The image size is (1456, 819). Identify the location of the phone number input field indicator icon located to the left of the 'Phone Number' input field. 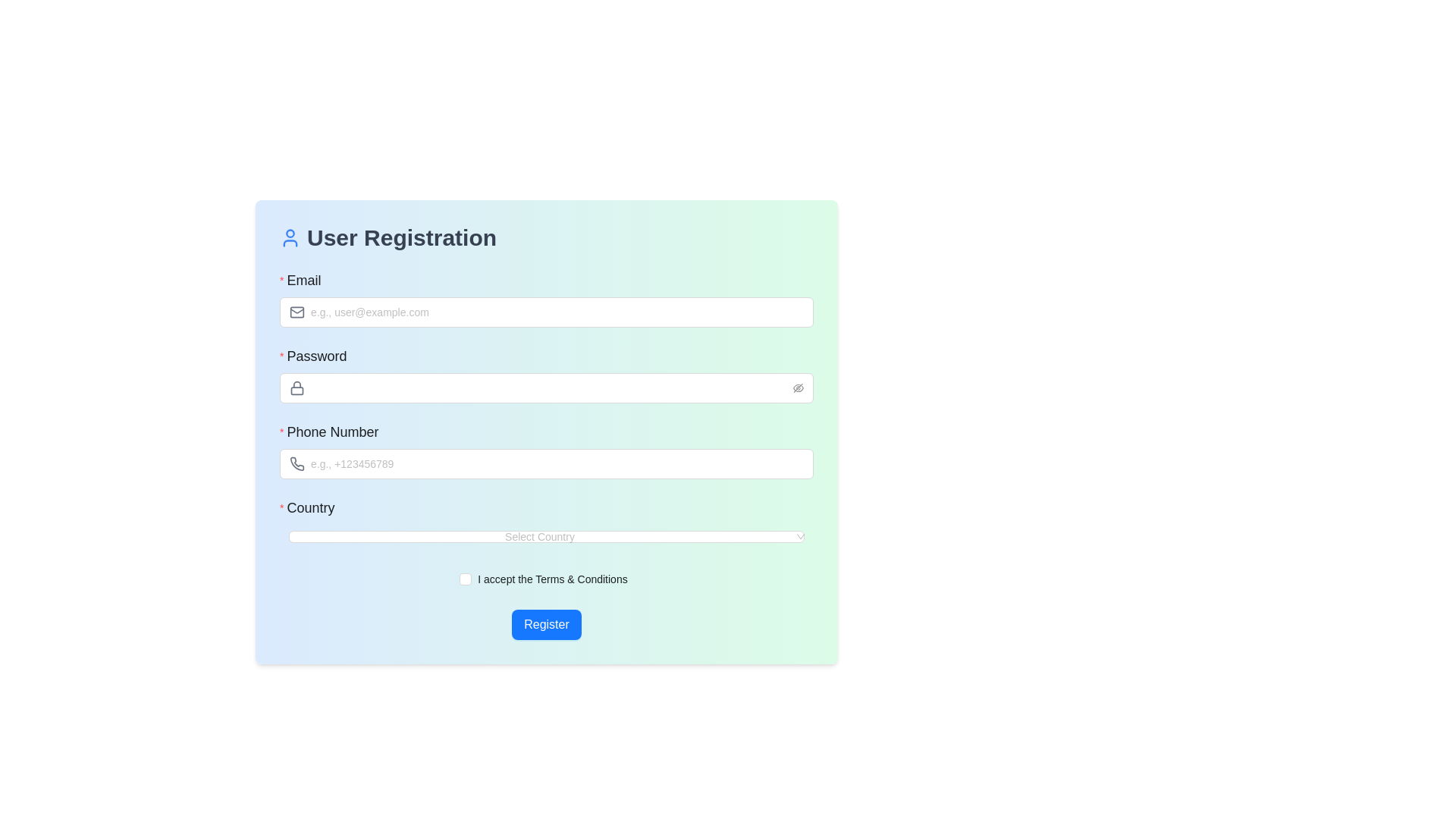
(297, 463).